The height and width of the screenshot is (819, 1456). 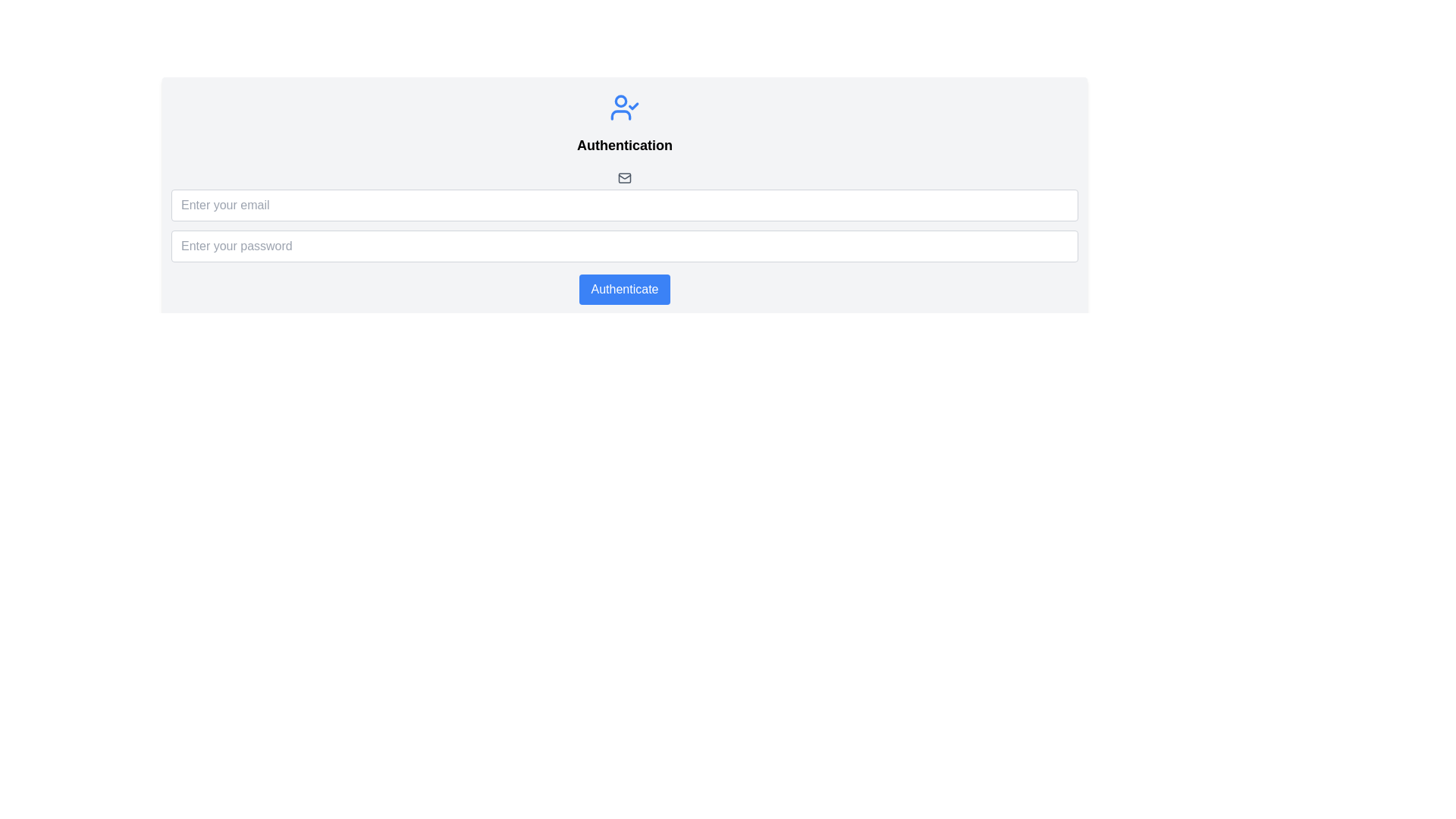 I want to click on the static text label that serves as the heading for the authentication section, positioned centrally below the user icon and above the email icon, so click(x=625, y=146).